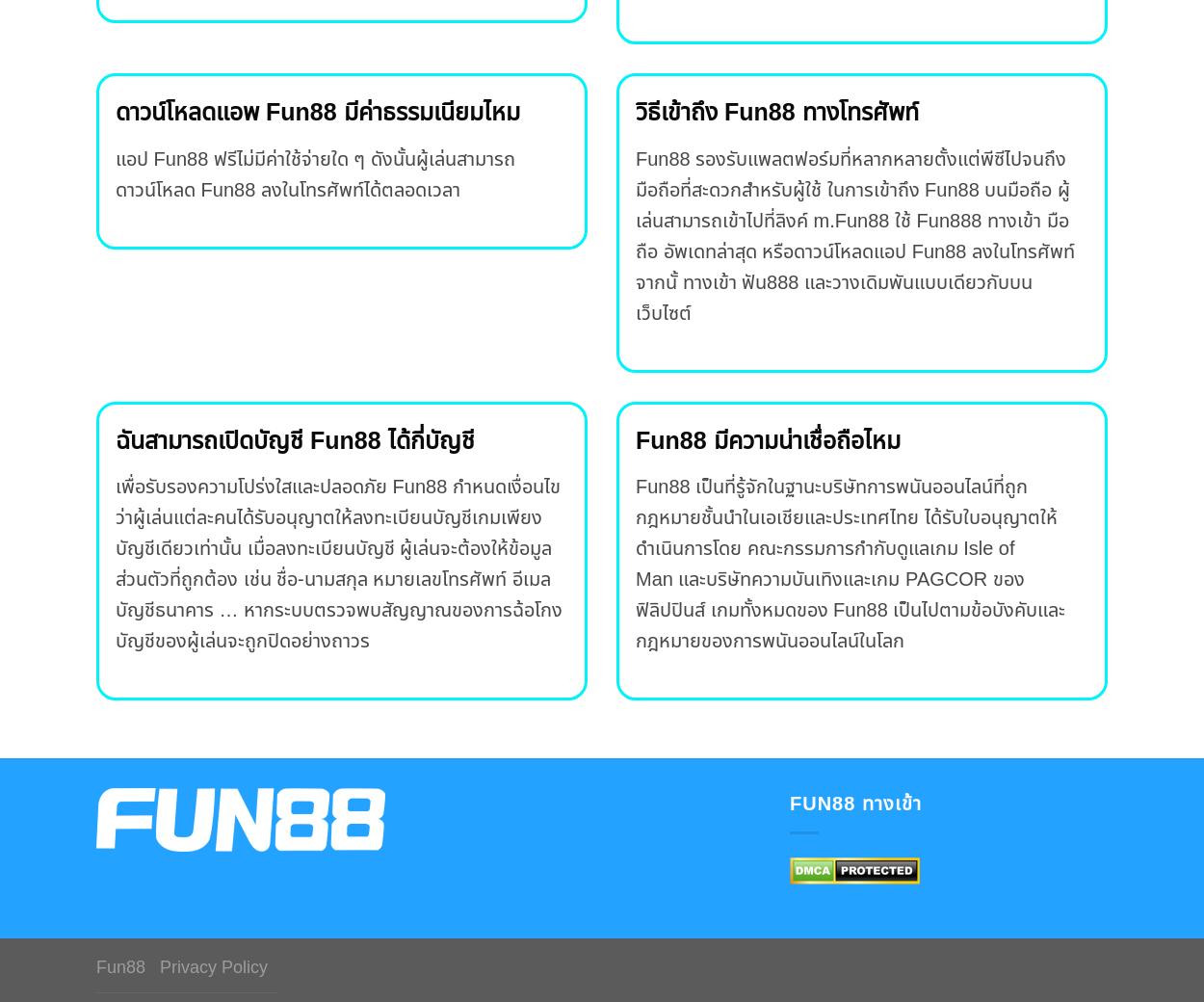 This screenshot has width=1204, height=1002. Describe the element at coordinates (115, 439) in the screenshot. I see `'ฉันสามารถเปิดบัญชี Fun88 ได้กี่บัญชี'` at that location.